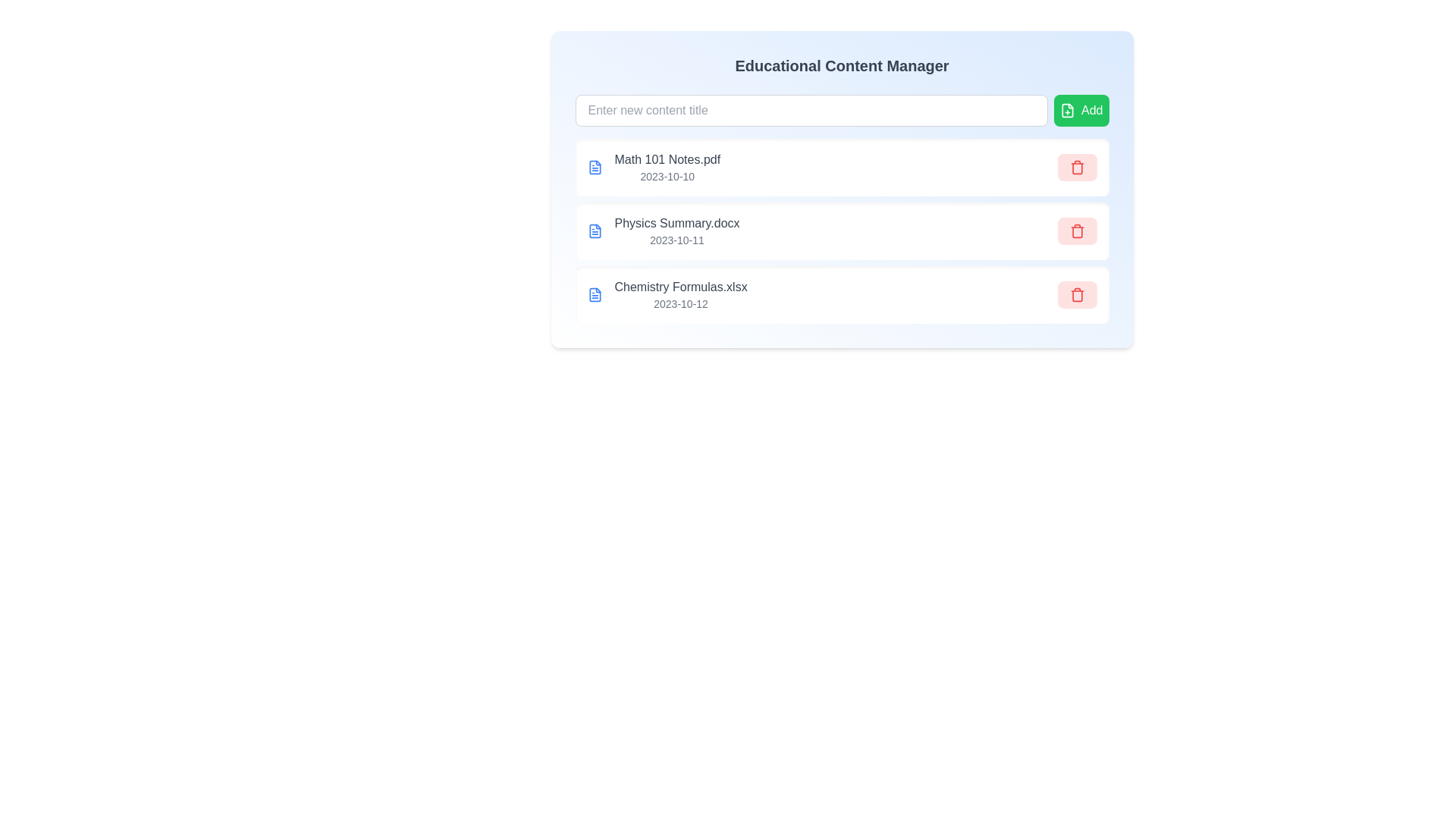  Describe the element at coordinates (1076, 296) in the screenshot. I see `the trash bin icon in the third row of the file list` at that location.